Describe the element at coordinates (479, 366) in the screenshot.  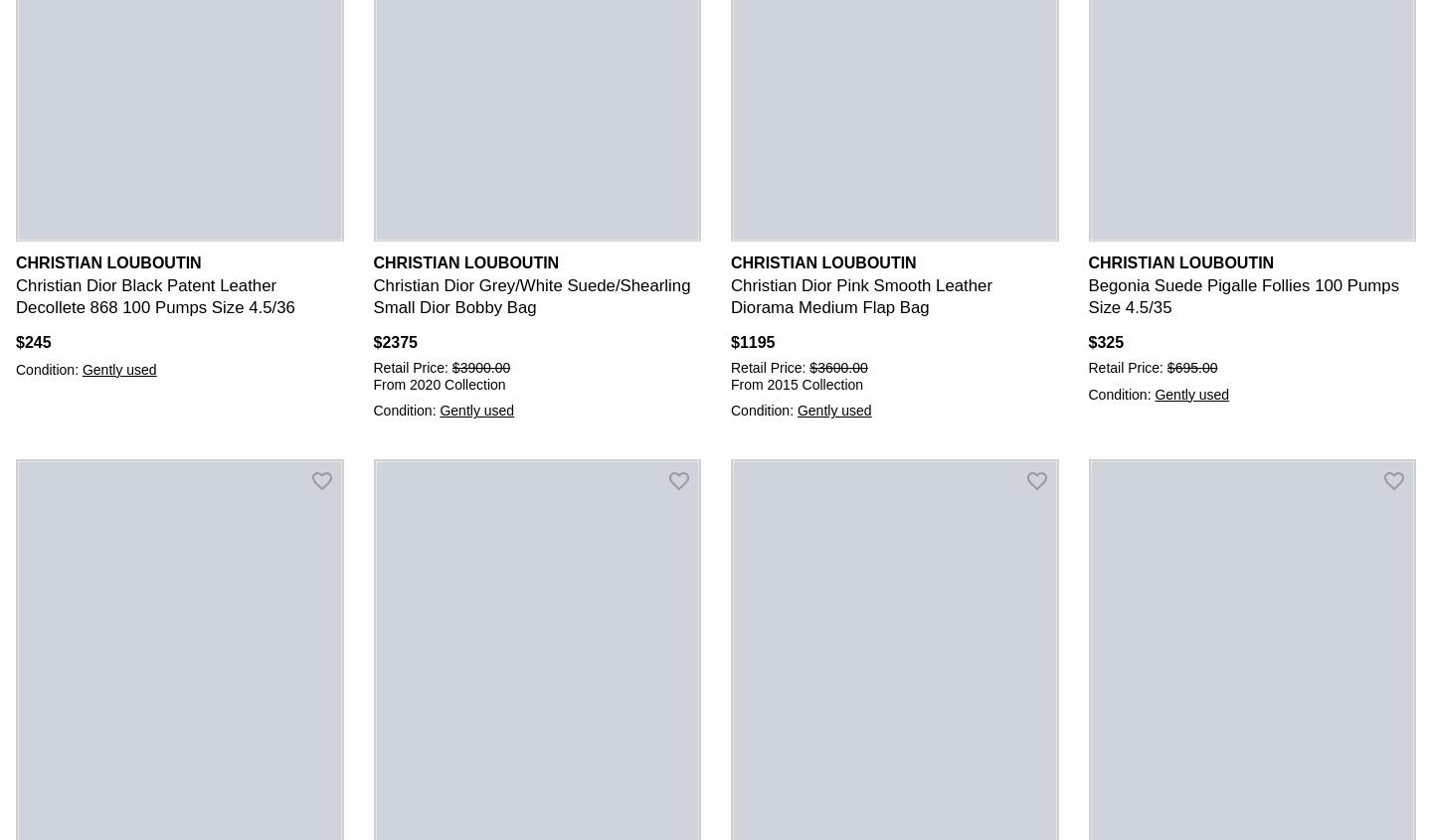
I see `'$3900.00'` at that location.